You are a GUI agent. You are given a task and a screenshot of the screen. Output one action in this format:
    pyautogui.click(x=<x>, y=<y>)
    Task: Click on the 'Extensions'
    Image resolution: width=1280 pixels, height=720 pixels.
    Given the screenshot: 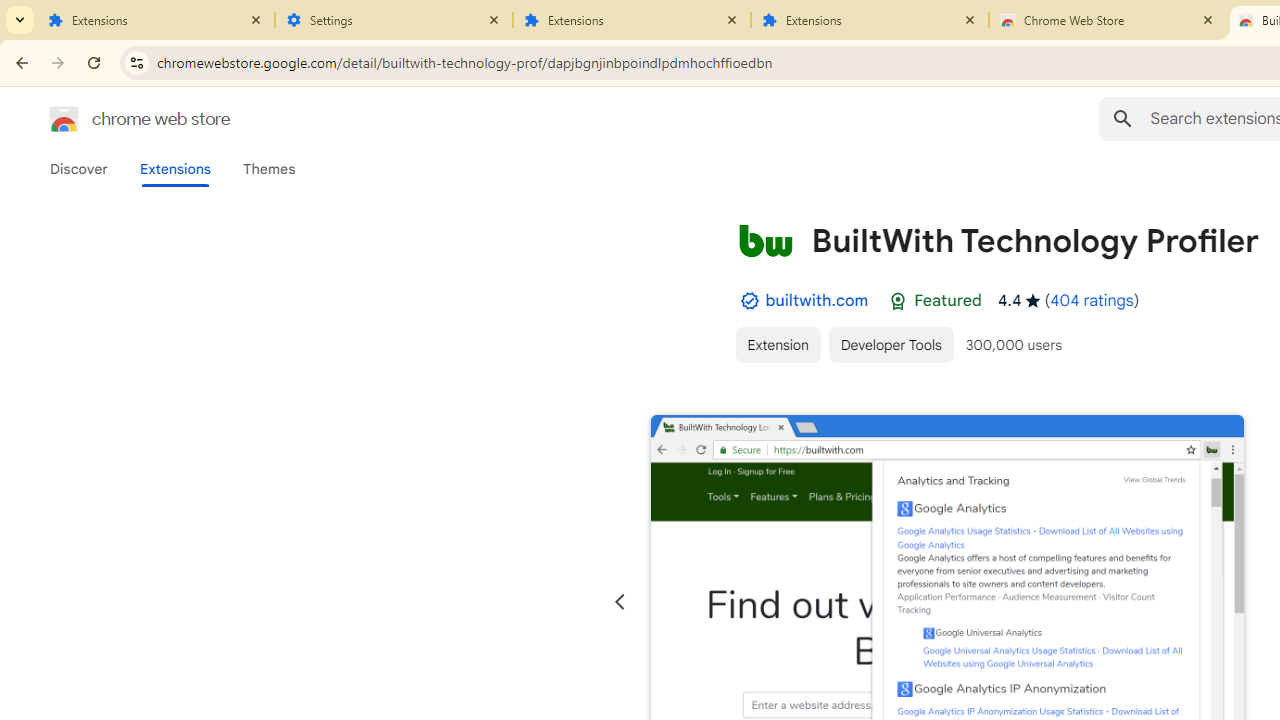 What is the action you would take?
    pyautogui.click(x=155, y=20)
    